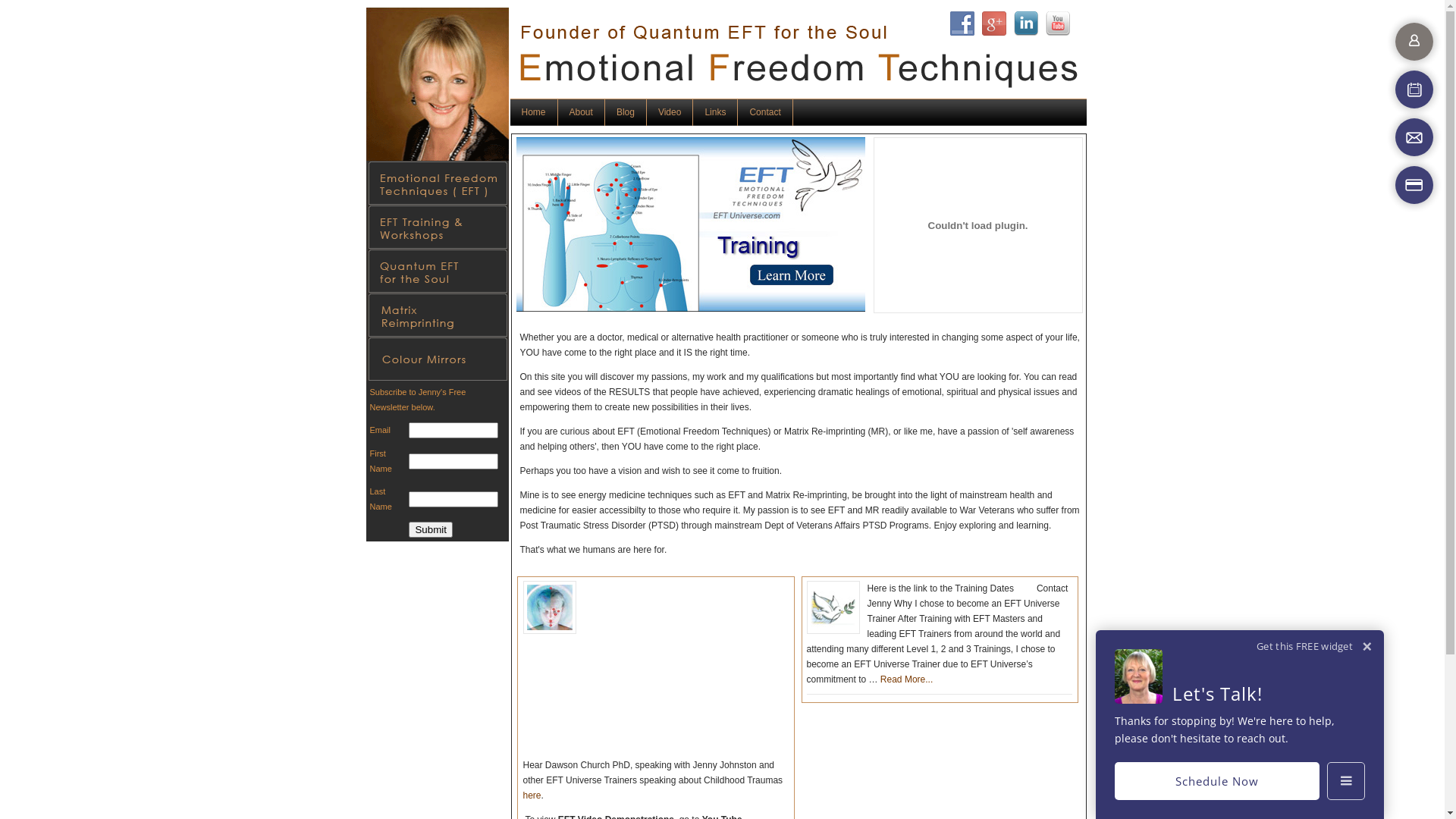 The height and width of the screenshot is (819, 1456). I want to click on 'Links', so click(714, 111).